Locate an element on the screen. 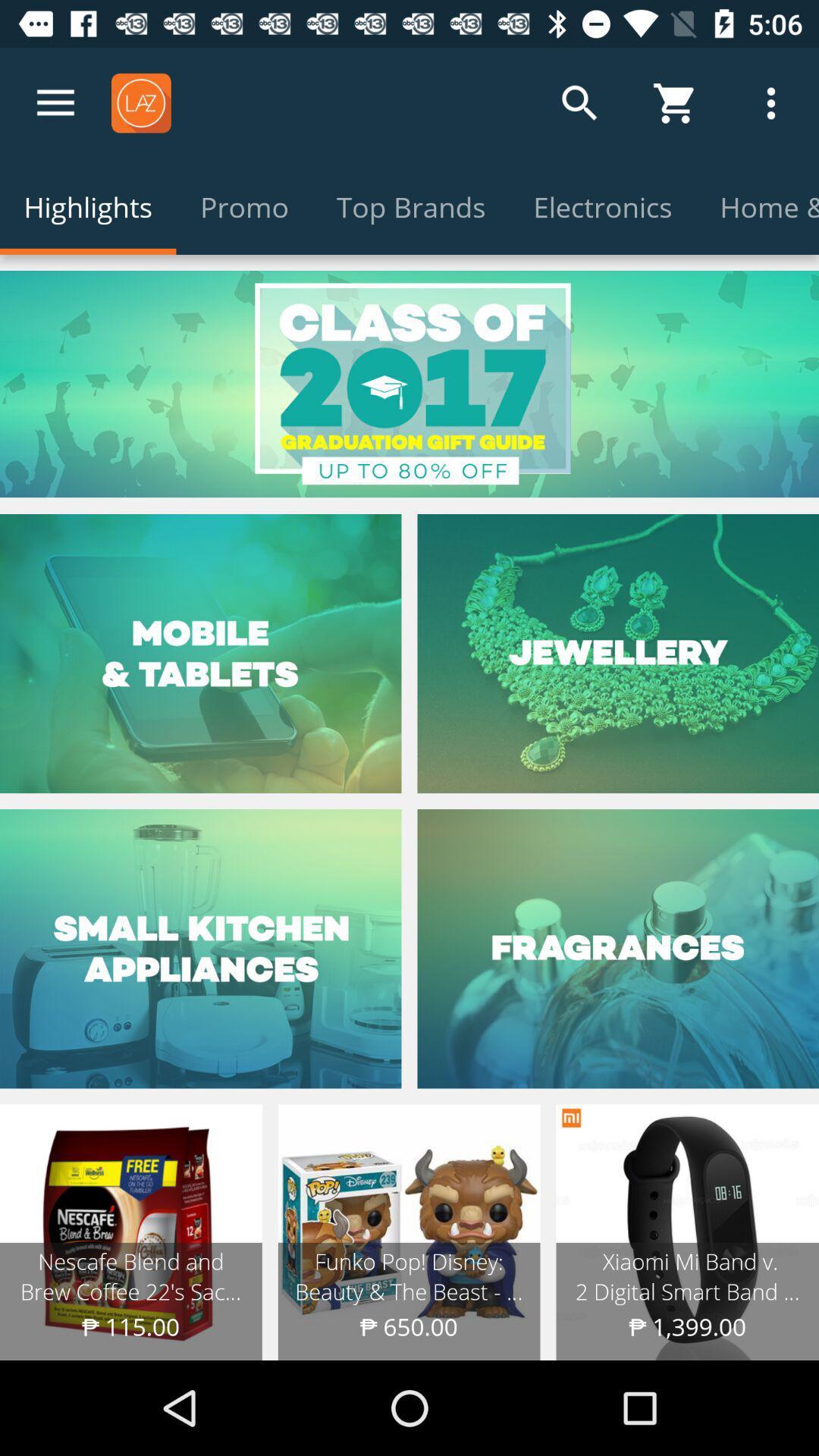  on jewellery is located at coordinates (618, 654).